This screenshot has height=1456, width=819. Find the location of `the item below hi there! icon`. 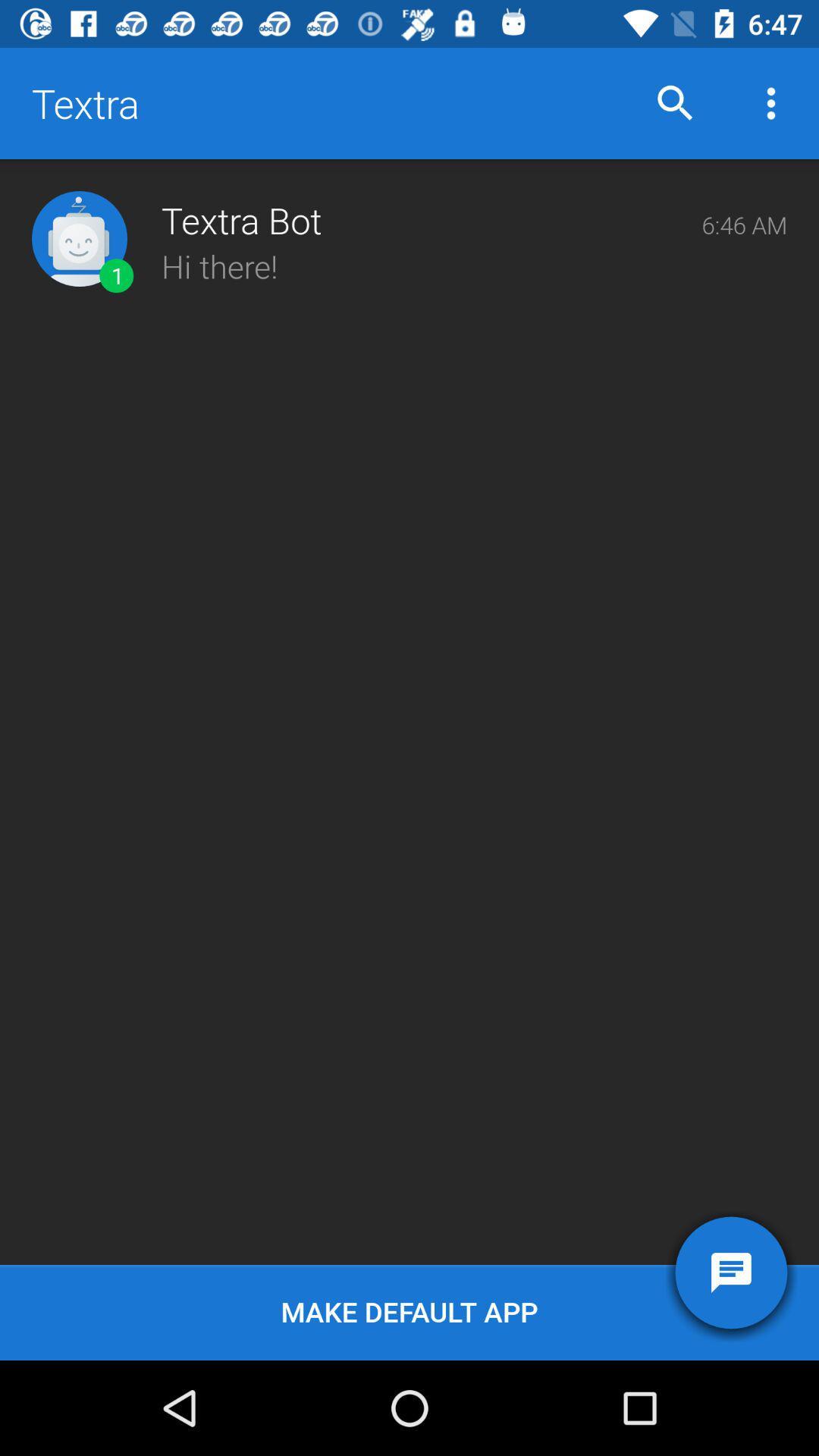

the item below hi there! icon is located at coordinates (409, 1312).